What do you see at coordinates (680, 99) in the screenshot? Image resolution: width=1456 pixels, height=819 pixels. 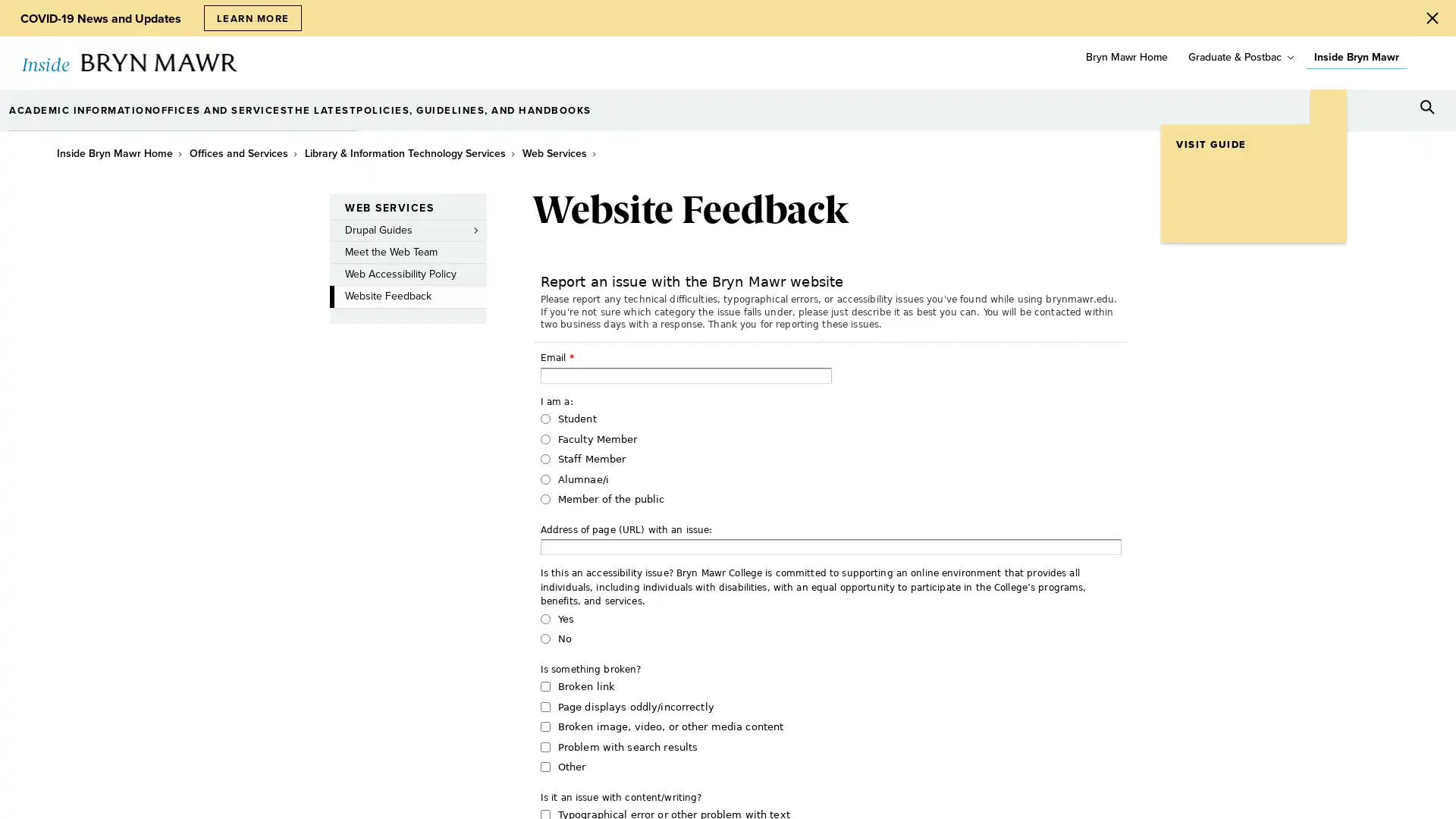 I see `toggle submenu` at bounding box center [680, 99].